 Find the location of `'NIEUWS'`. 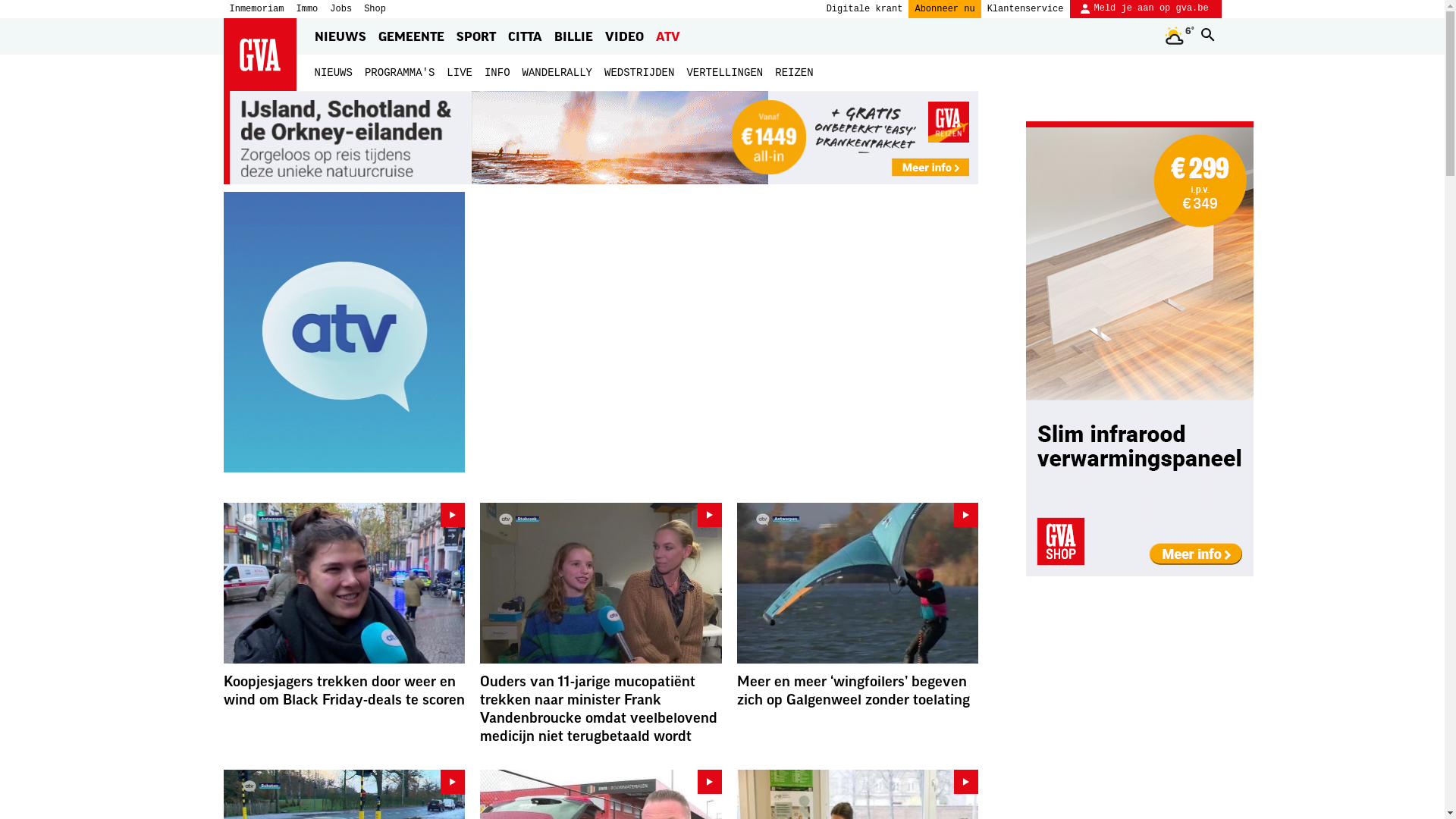

'NIEUWS' is located at coordinates (331, 73).